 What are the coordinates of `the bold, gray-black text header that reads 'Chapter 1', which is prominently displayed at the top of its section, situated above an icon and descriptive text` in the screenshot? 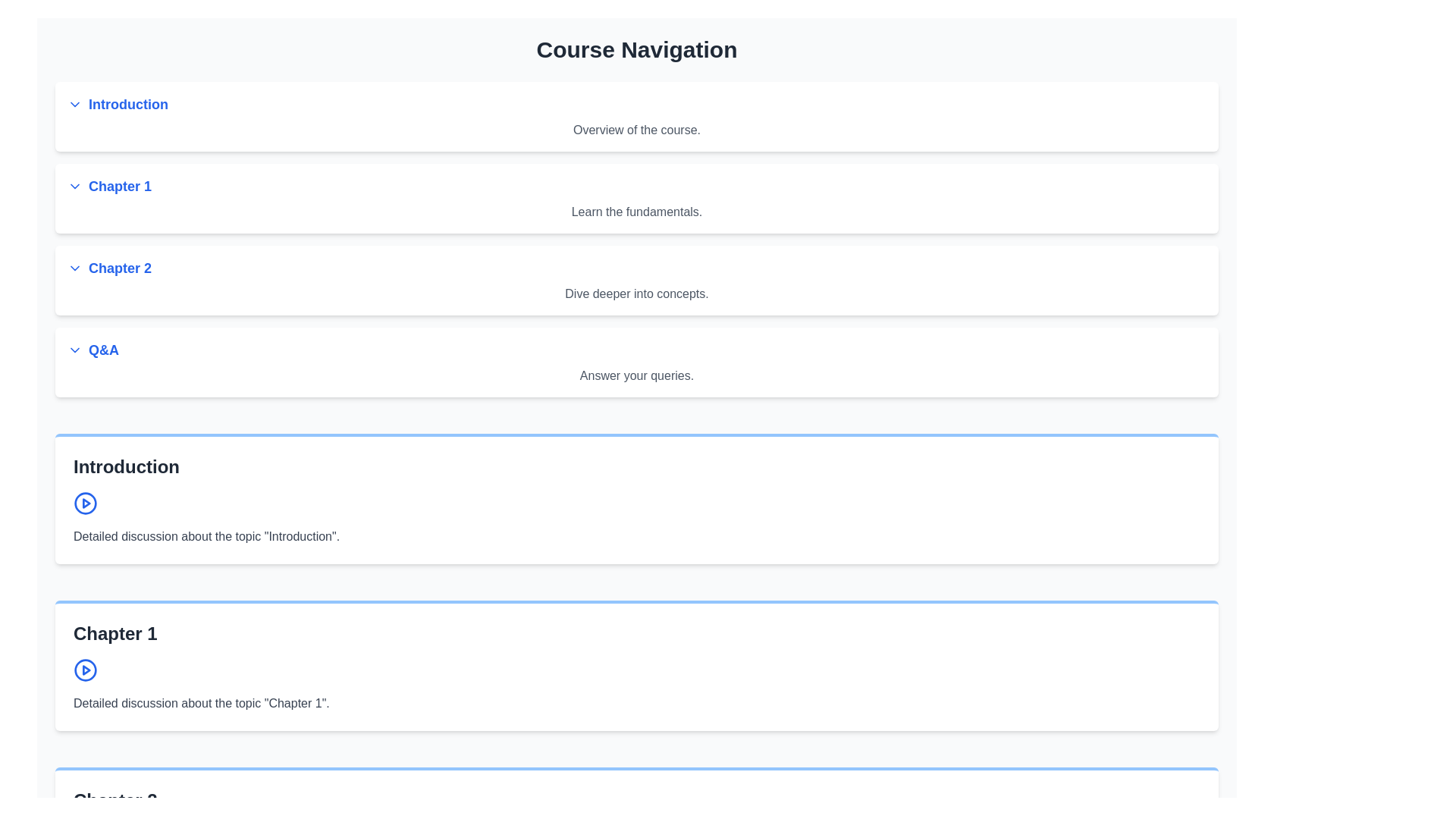 It's located at (115, 634).